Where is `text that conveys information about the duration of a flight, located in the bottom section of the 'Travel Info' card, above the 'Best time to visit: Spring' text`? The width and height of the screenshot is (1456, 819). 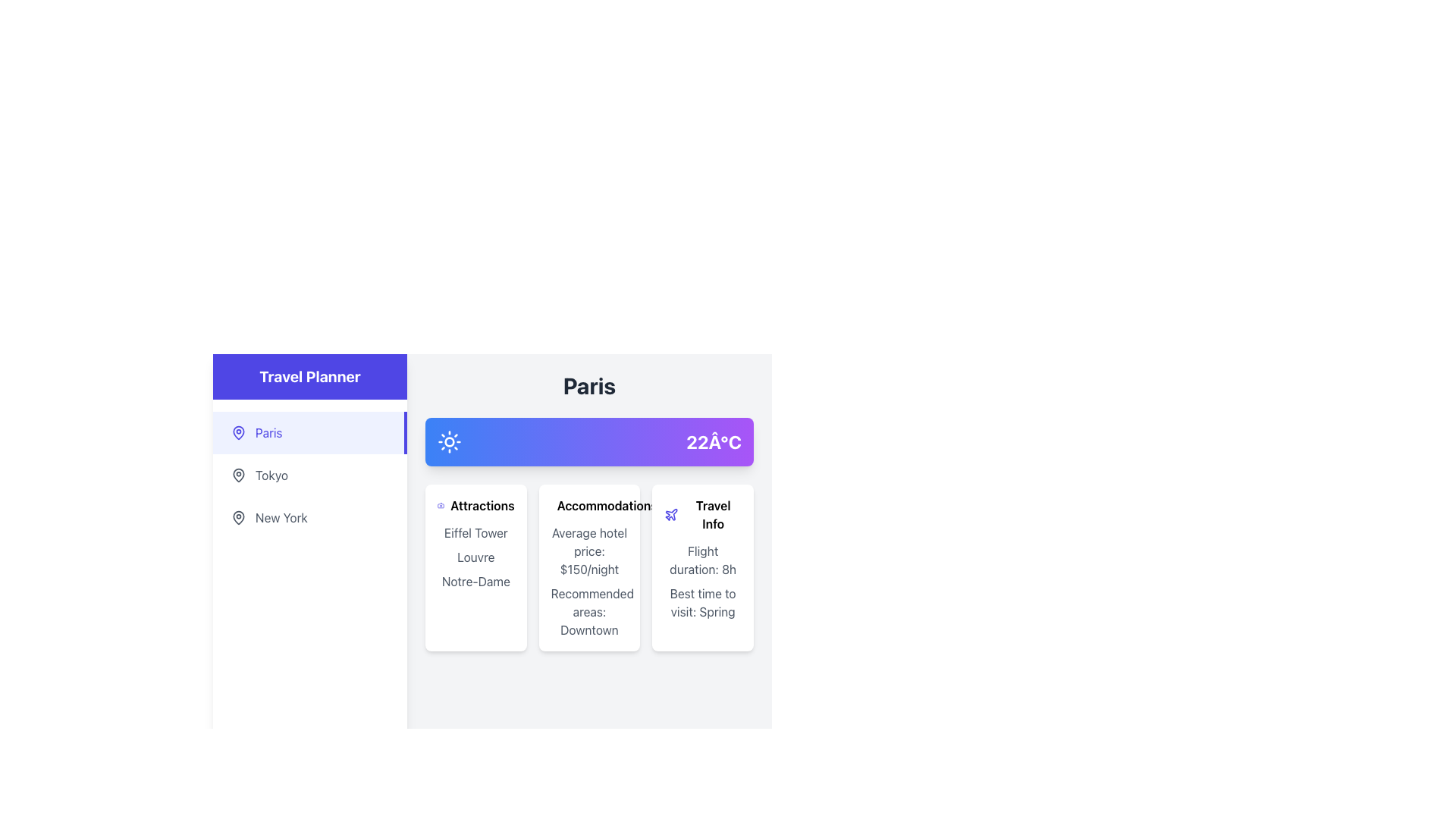
text that conveys information about the duration of a flight, located in the bottom section of the 'Travel Info' card, above the 'Best time to visit: Spring' text is located at coordinates (702, 560).